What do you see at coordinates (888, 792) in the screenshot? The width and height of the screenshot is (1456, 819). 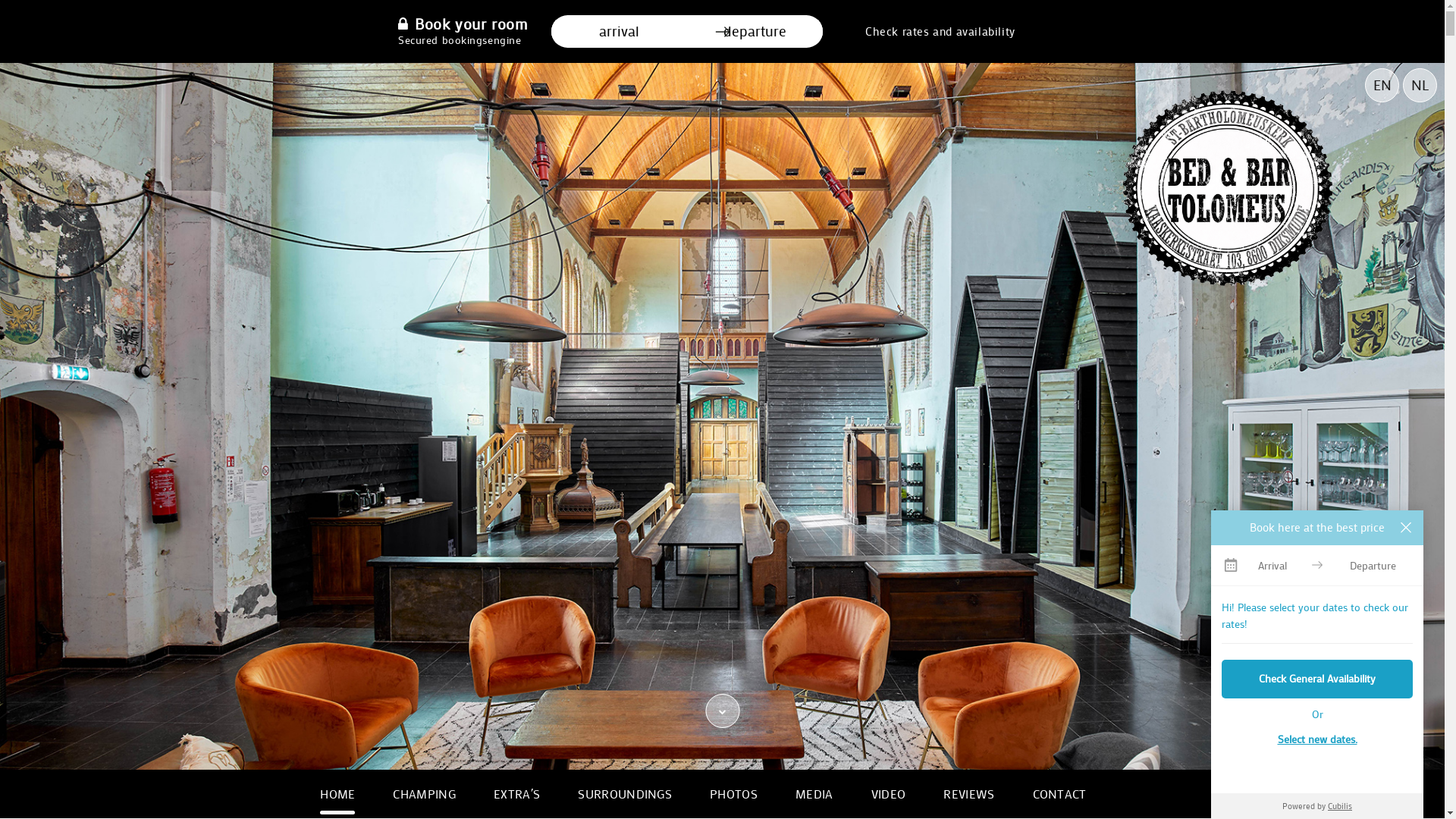 I see `'VIDEO'` at bounding box center [888, 792].